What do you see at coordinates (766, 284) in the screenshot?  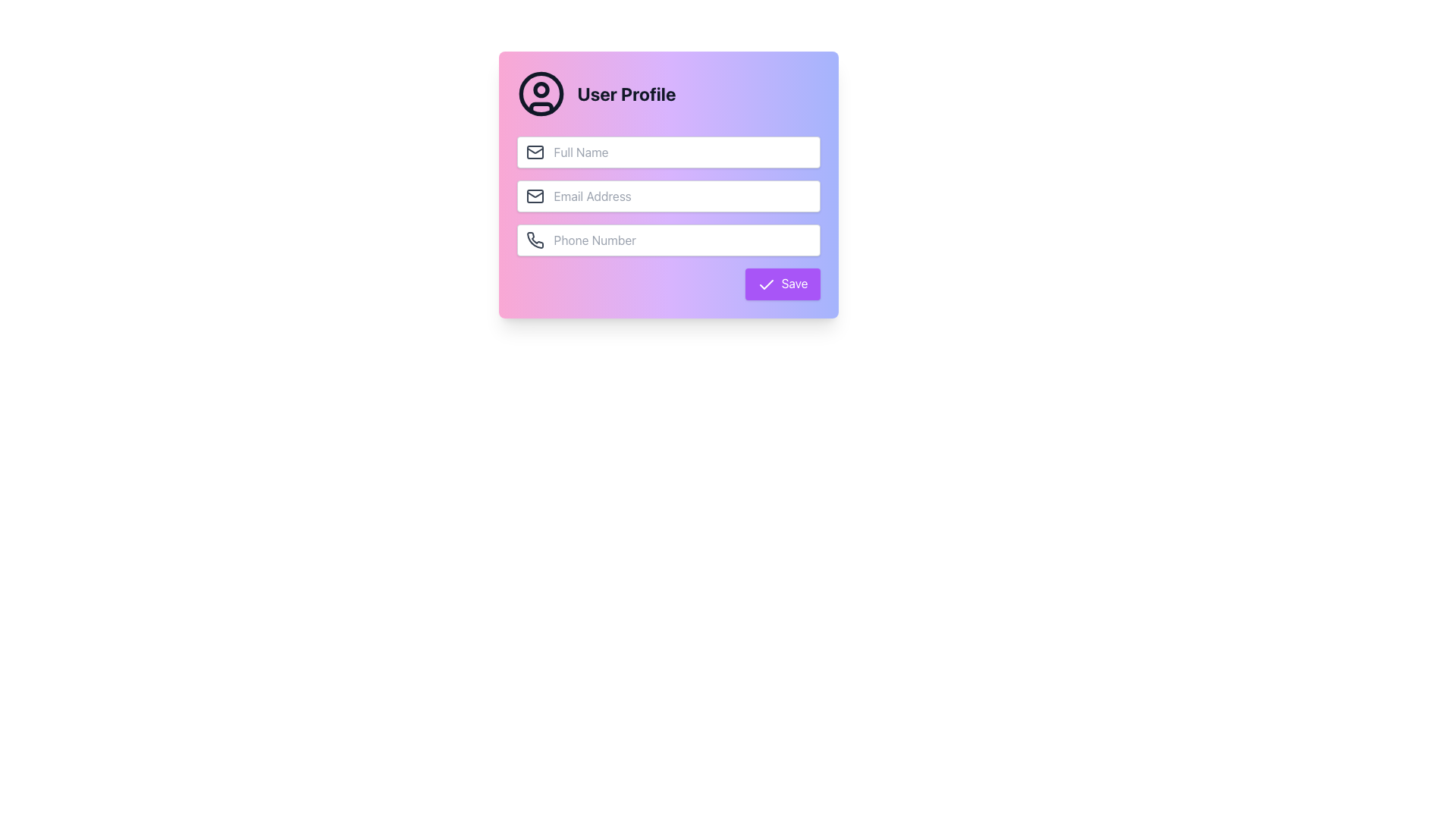 I see `the decorative checkmark icon located to the left of the 'Save' text on the purple button at the bottom-right of the user profile form` at bounding box center [766, 284].